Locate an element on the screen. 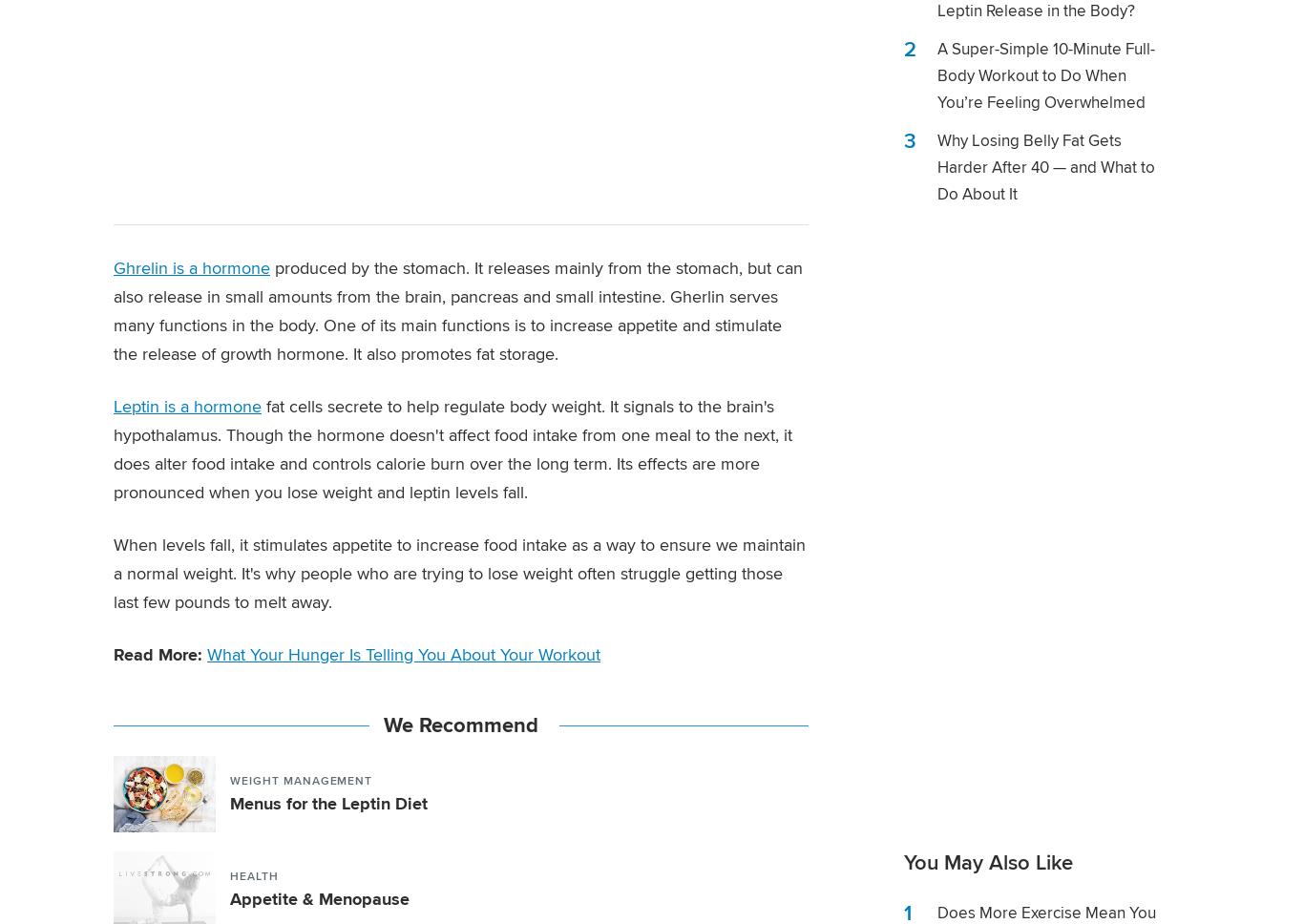 Image resolution: width=1304 pixels, height=924 pixels. 'Leptin is a hormone' is located at coordinates (186, 405).